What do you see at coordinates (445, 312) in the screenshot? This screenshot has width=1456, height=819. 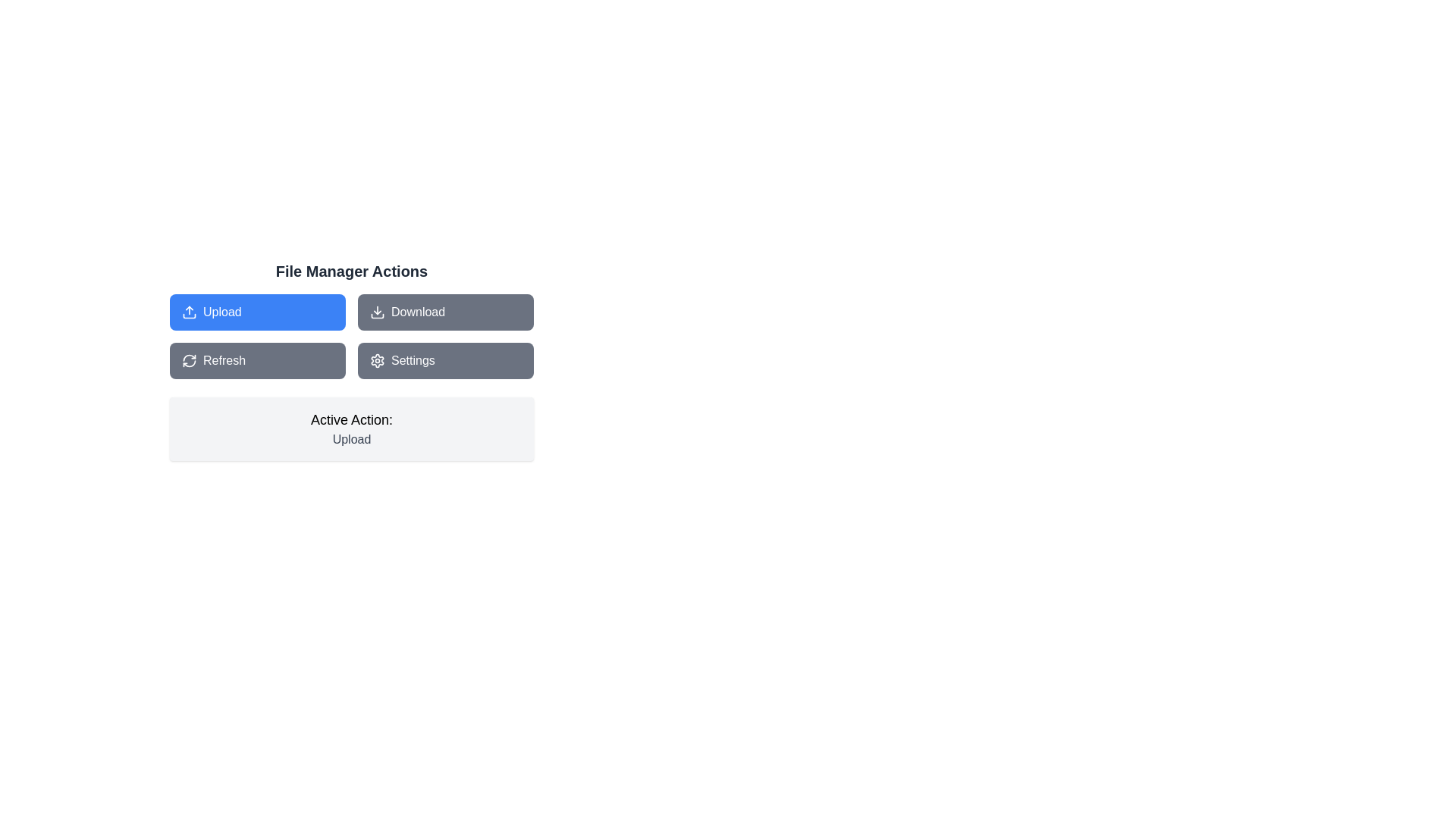 I see `the download button located in the top-right quadrant of the 'File Manager Actions' section, which initiates a download action` at bounding box center [445, 312].